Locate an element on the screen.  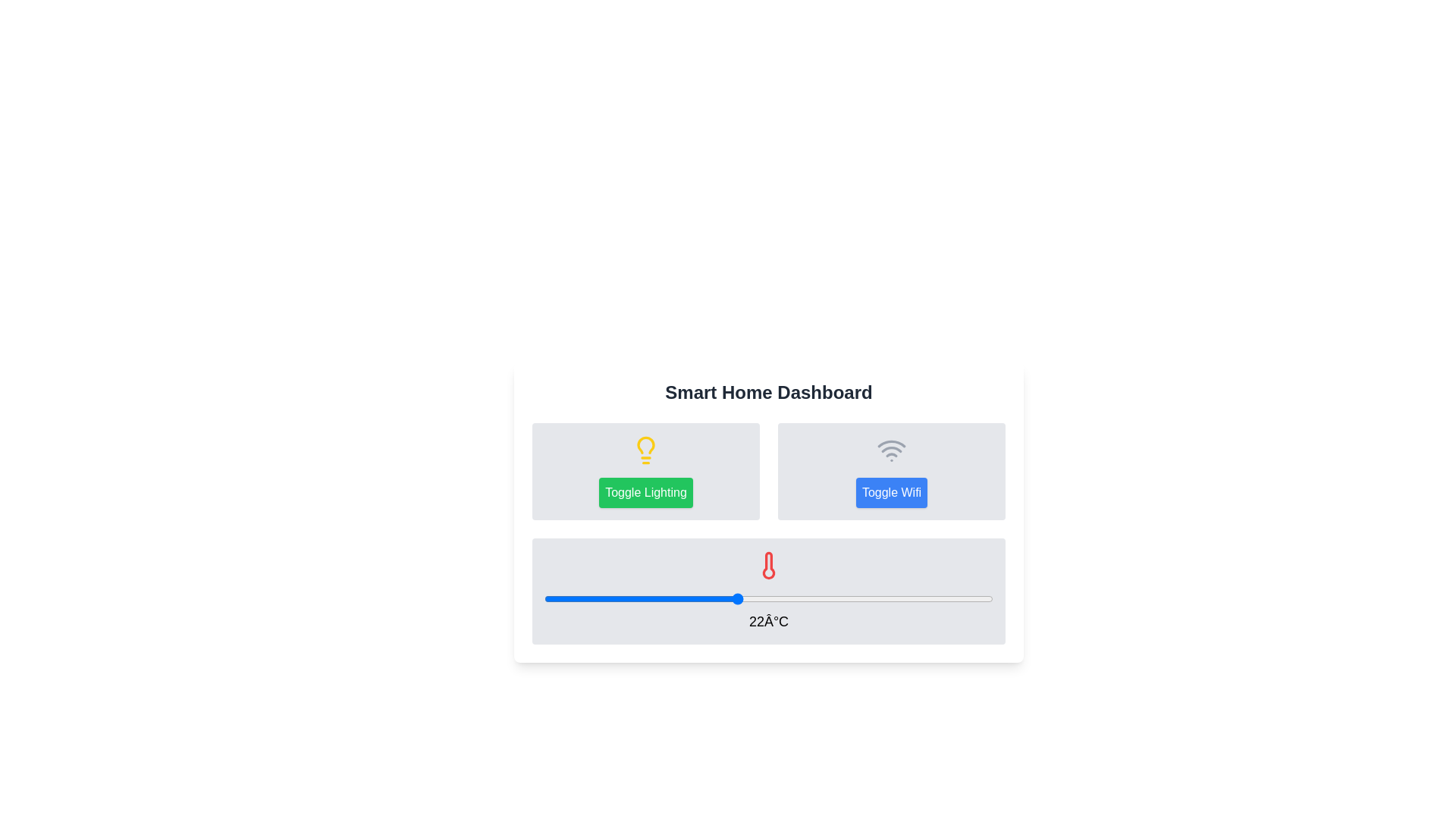
the temperature is located at coordinates (704, 598).